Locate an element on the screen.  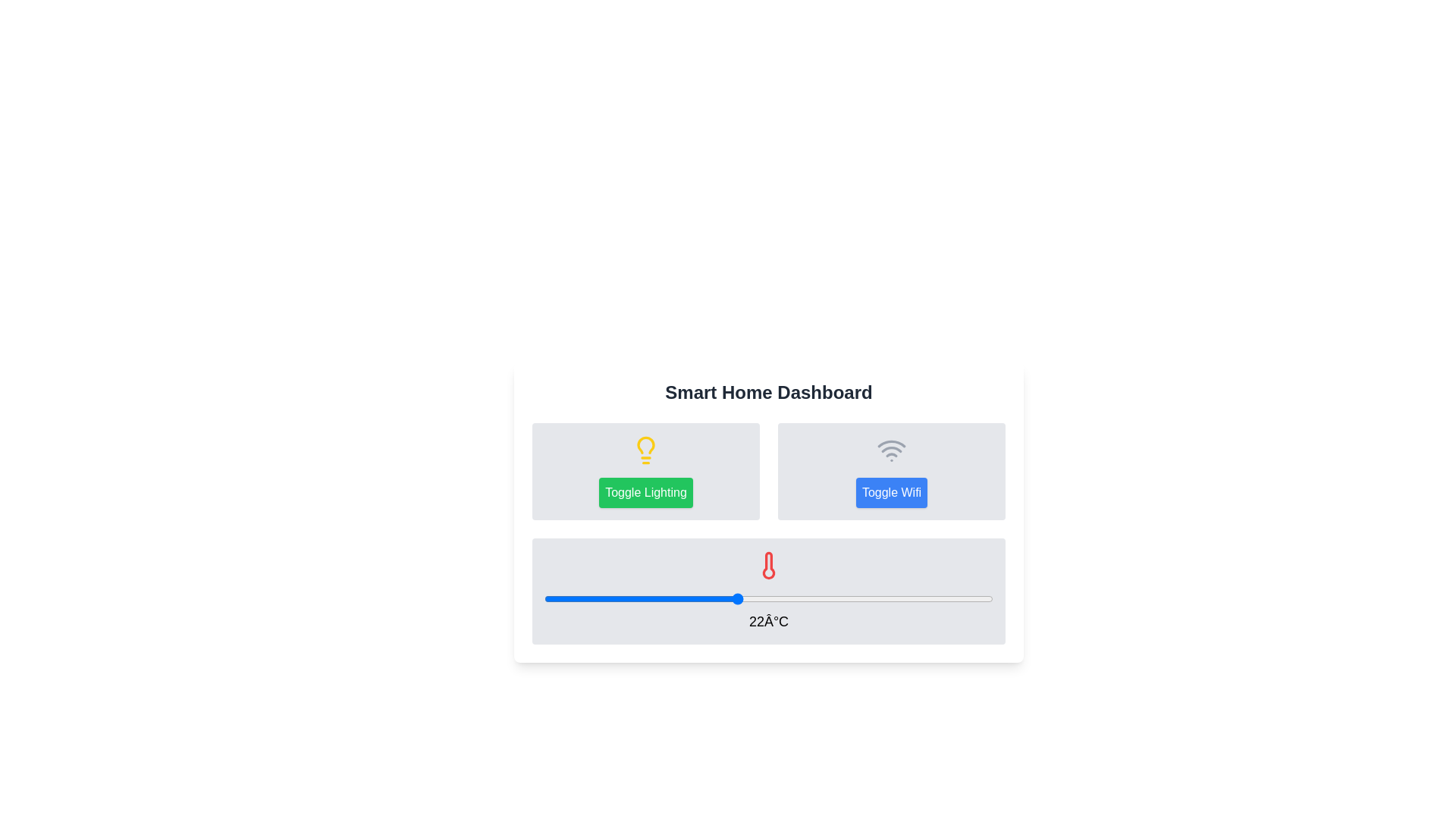
the temperature is located at coordinates (704, 598).